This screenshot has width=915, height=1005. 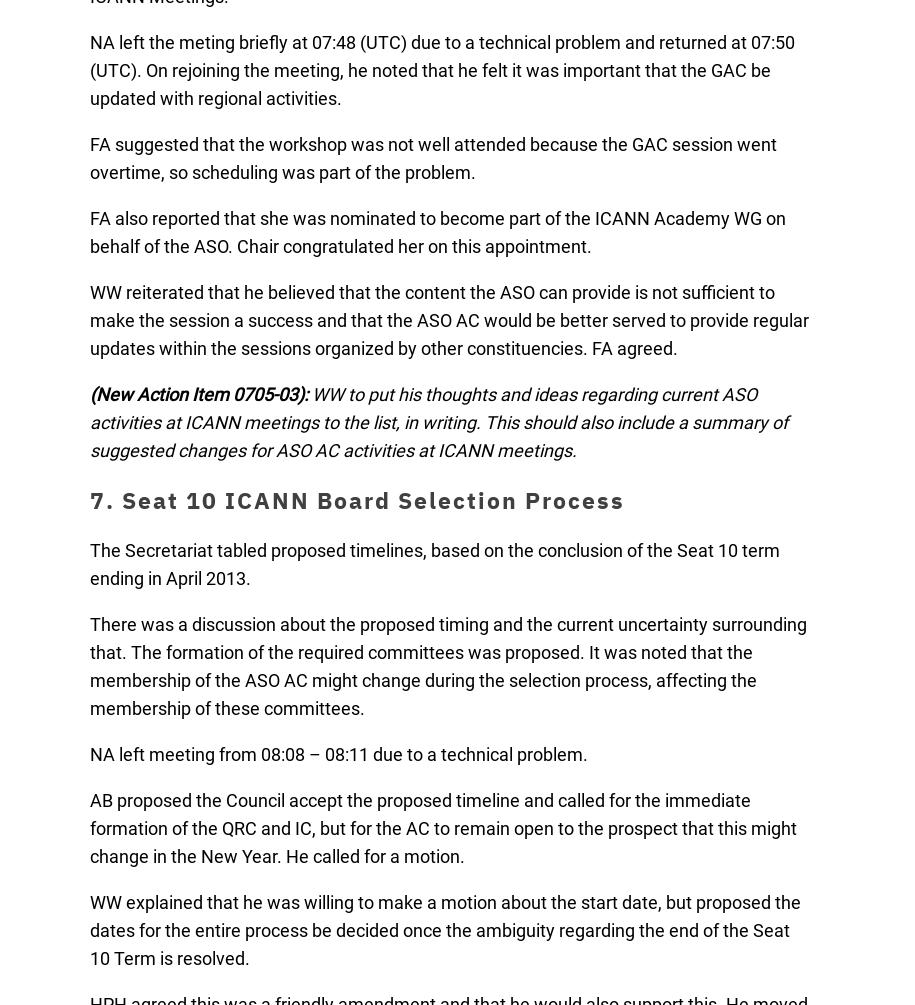 What do you see at coordinates (434, 563) in the screenshot?
I see `'The Secretariat tabled proposed timelines, based on the conclusion of the Seat 10 term ending in April 2013.'` at bounding box center [434, 563].